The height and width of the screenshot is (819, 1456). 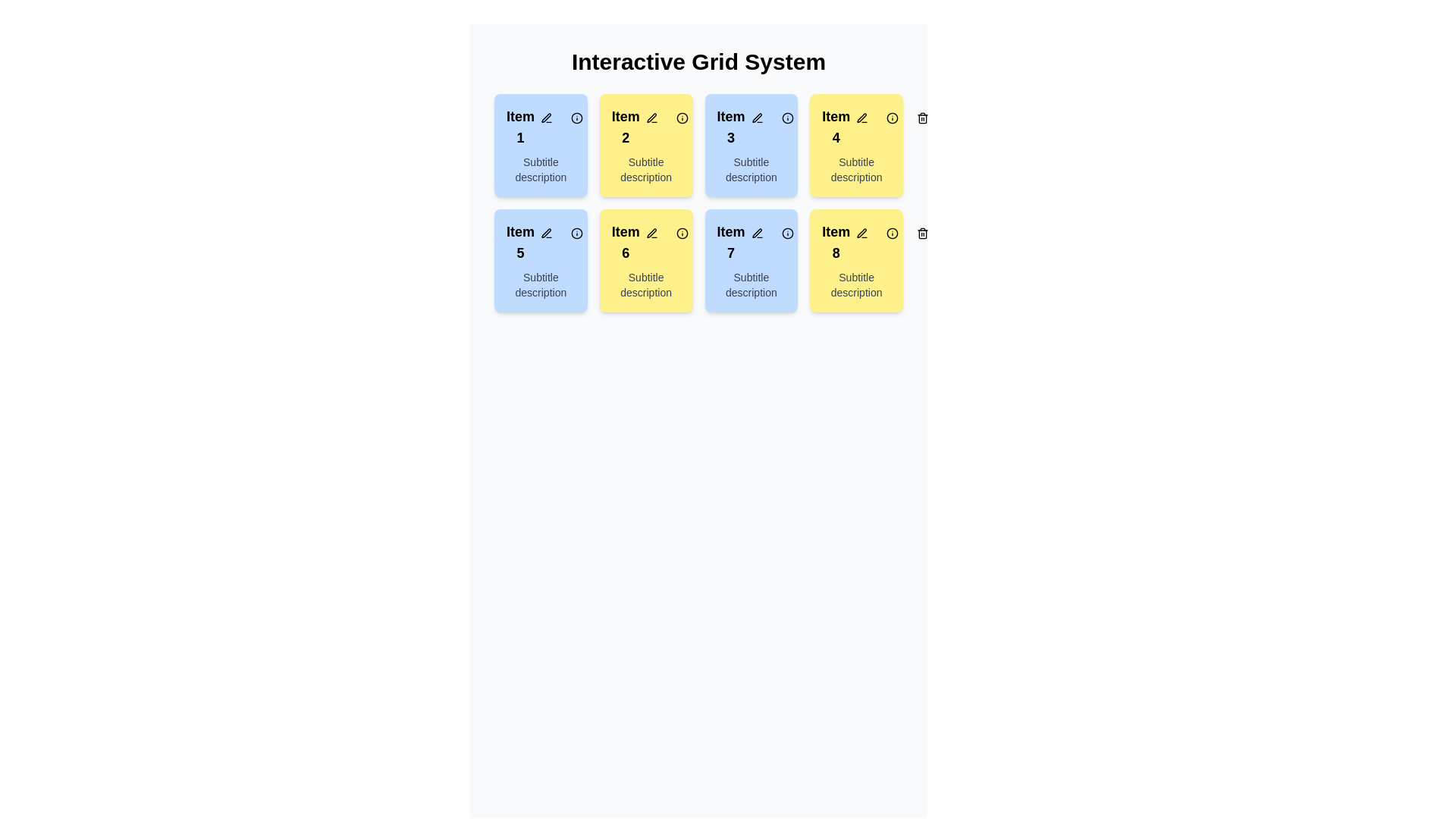 I want to click on the second circular information button located between the pencil icon and the trash bin icon for 'Item 3', so click(x=787, y=117).